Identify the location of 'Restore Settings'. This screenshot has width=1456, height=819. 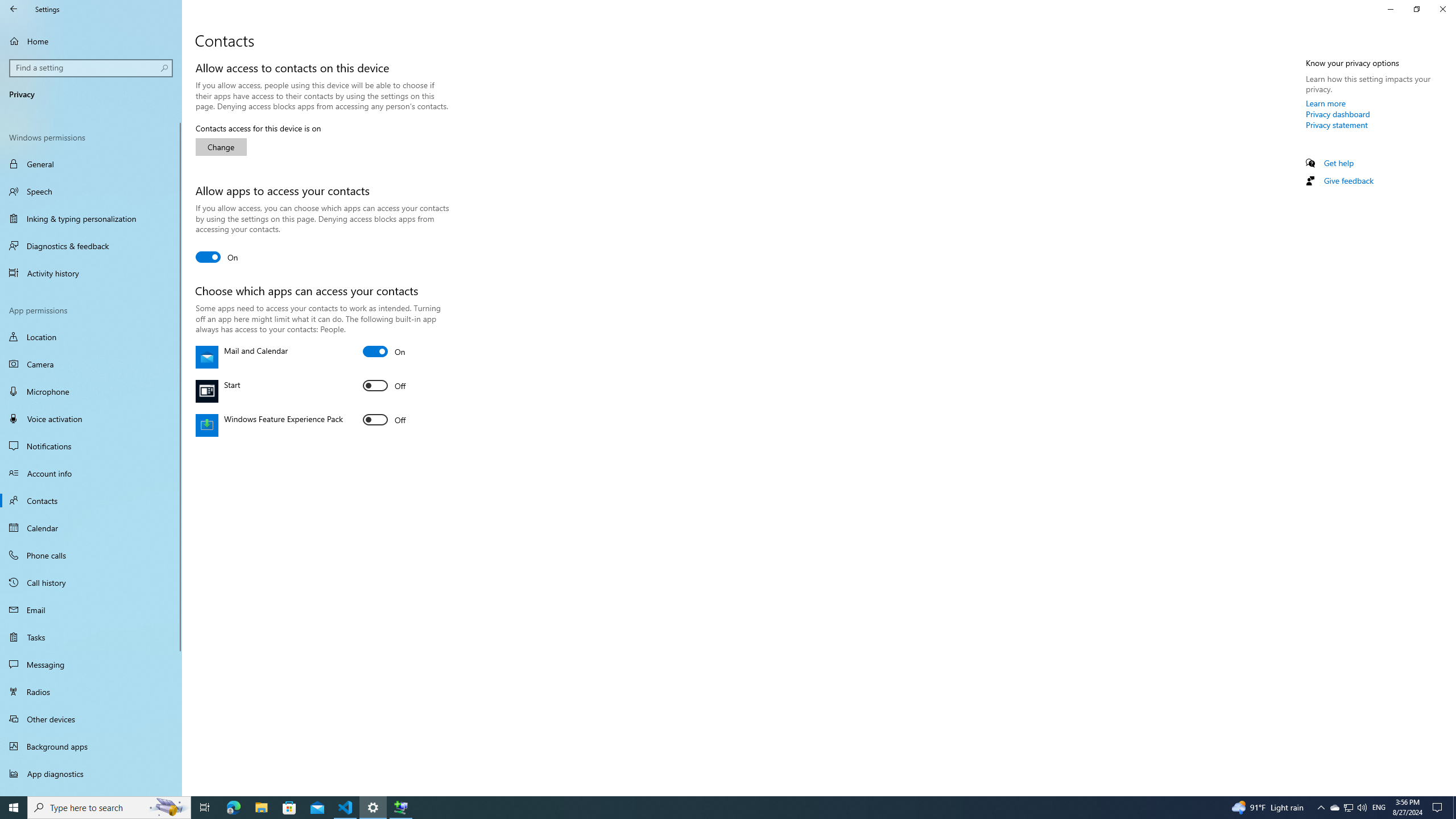
(1416, 9).